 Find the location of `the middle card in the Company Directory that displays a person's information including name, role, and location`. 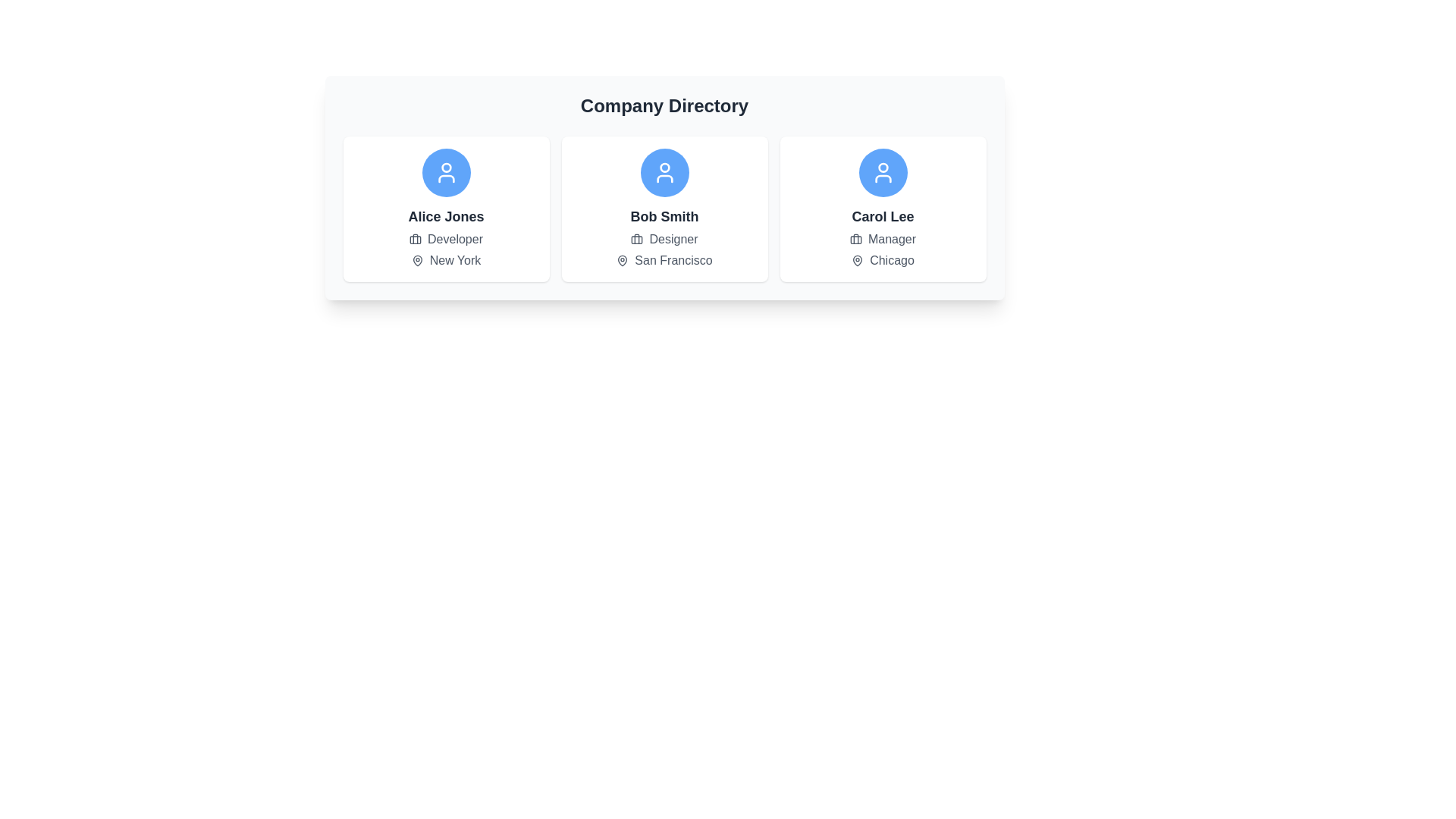

the middle card in the Company Directory that displays a person's information including name, role, and location is located at coordinates (664, 209).